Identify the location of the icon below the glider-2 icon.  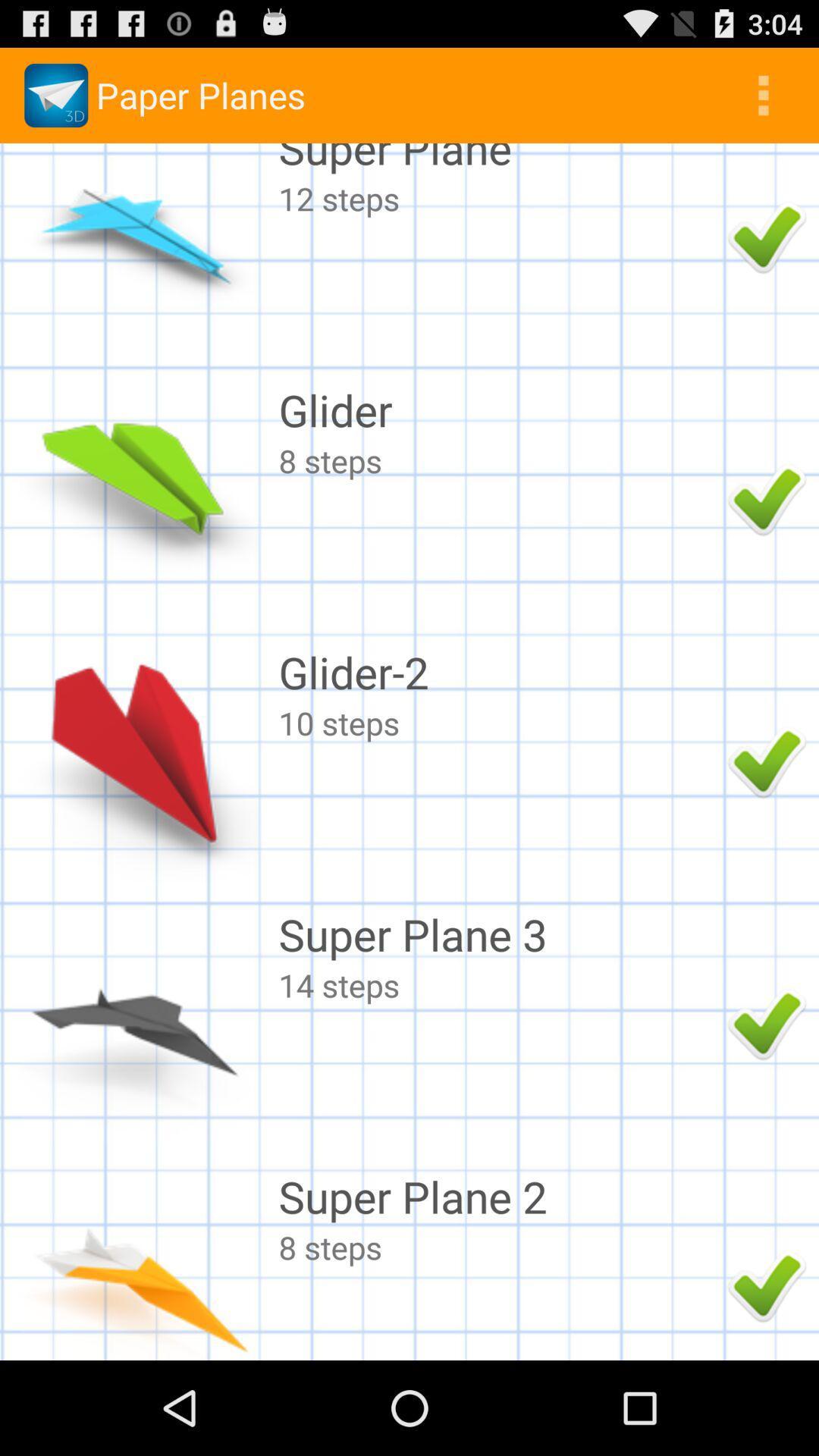
(499, 722).